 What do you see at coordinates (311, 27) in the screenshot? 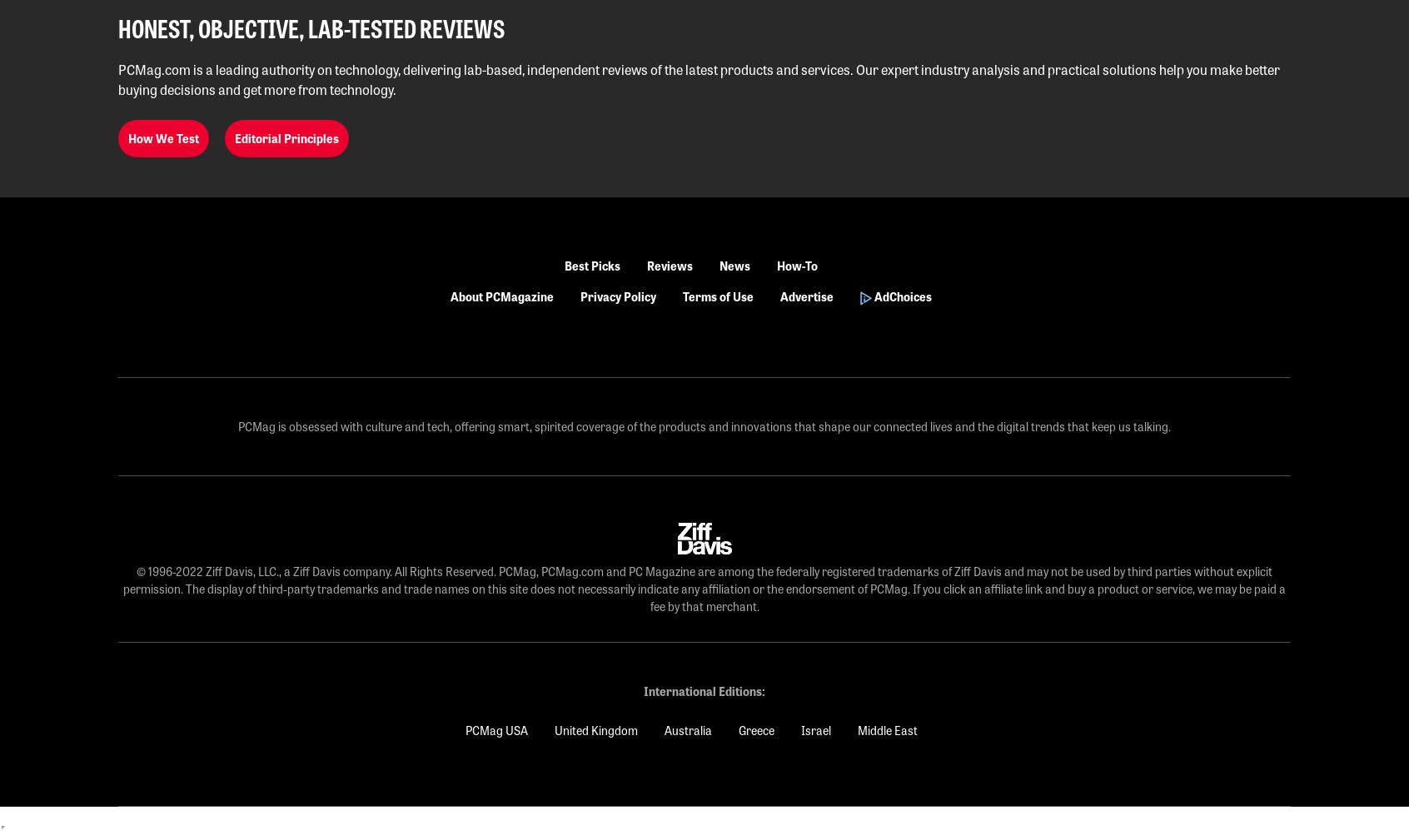
I see `'Honest, Objective, Lab-Tested Reviews'` at bounding box center [311, 27].